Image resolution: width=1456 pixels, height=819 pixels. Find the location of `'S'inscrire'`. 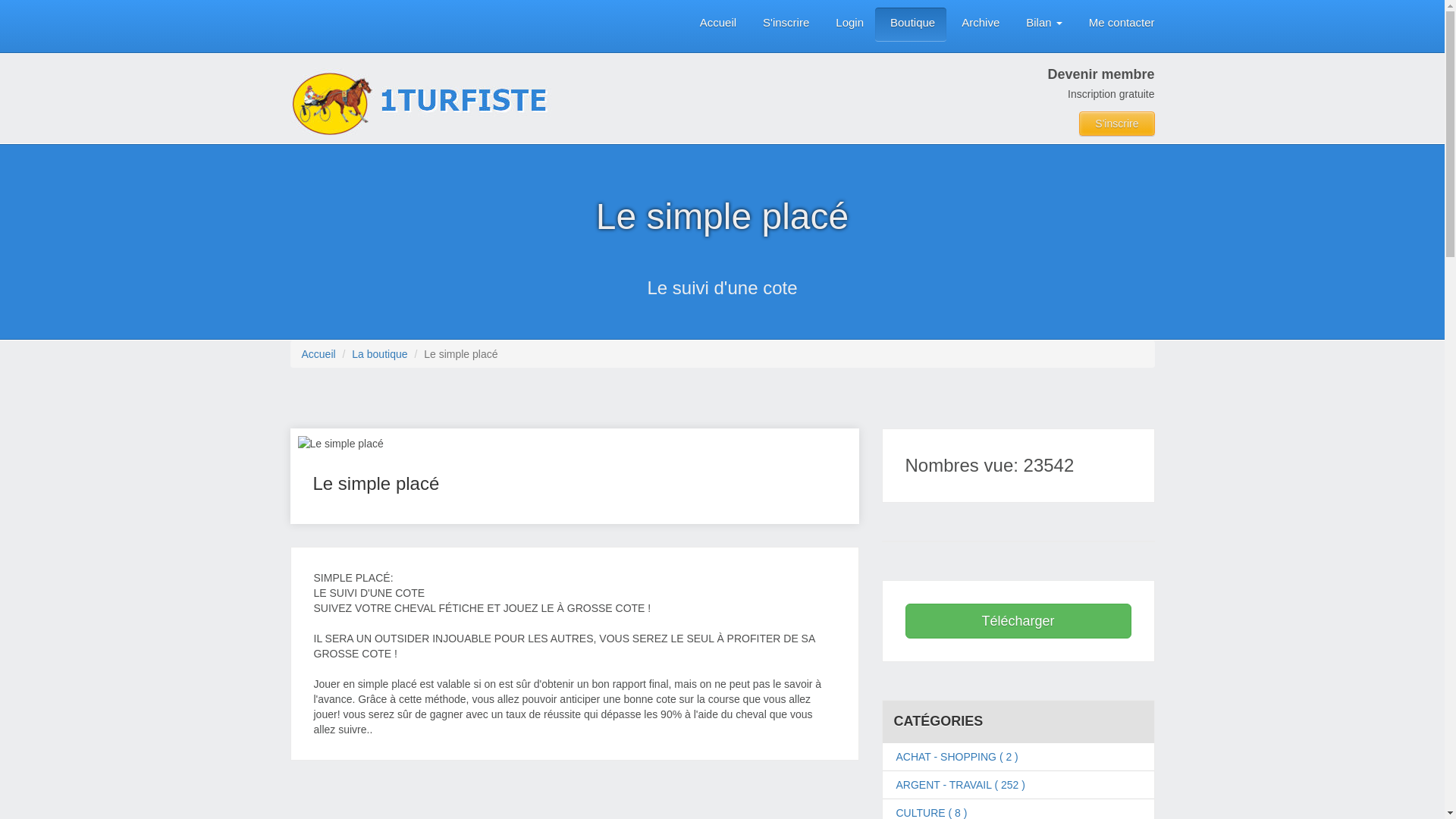

'S'inscrire' is located at coordinates (783, 24).